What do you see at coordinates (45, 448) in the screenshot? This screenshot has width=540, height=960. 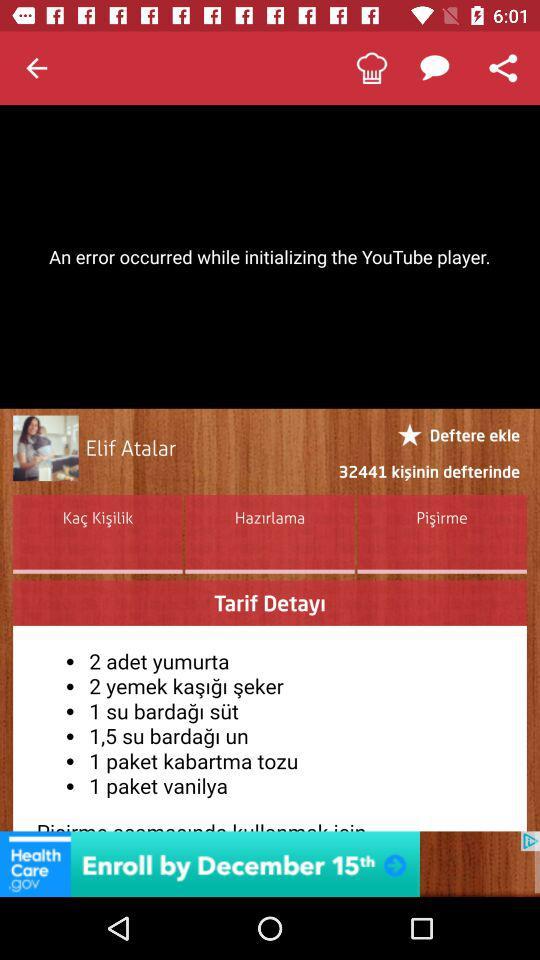 I see `open user profile` at bounding box center [45, 448].